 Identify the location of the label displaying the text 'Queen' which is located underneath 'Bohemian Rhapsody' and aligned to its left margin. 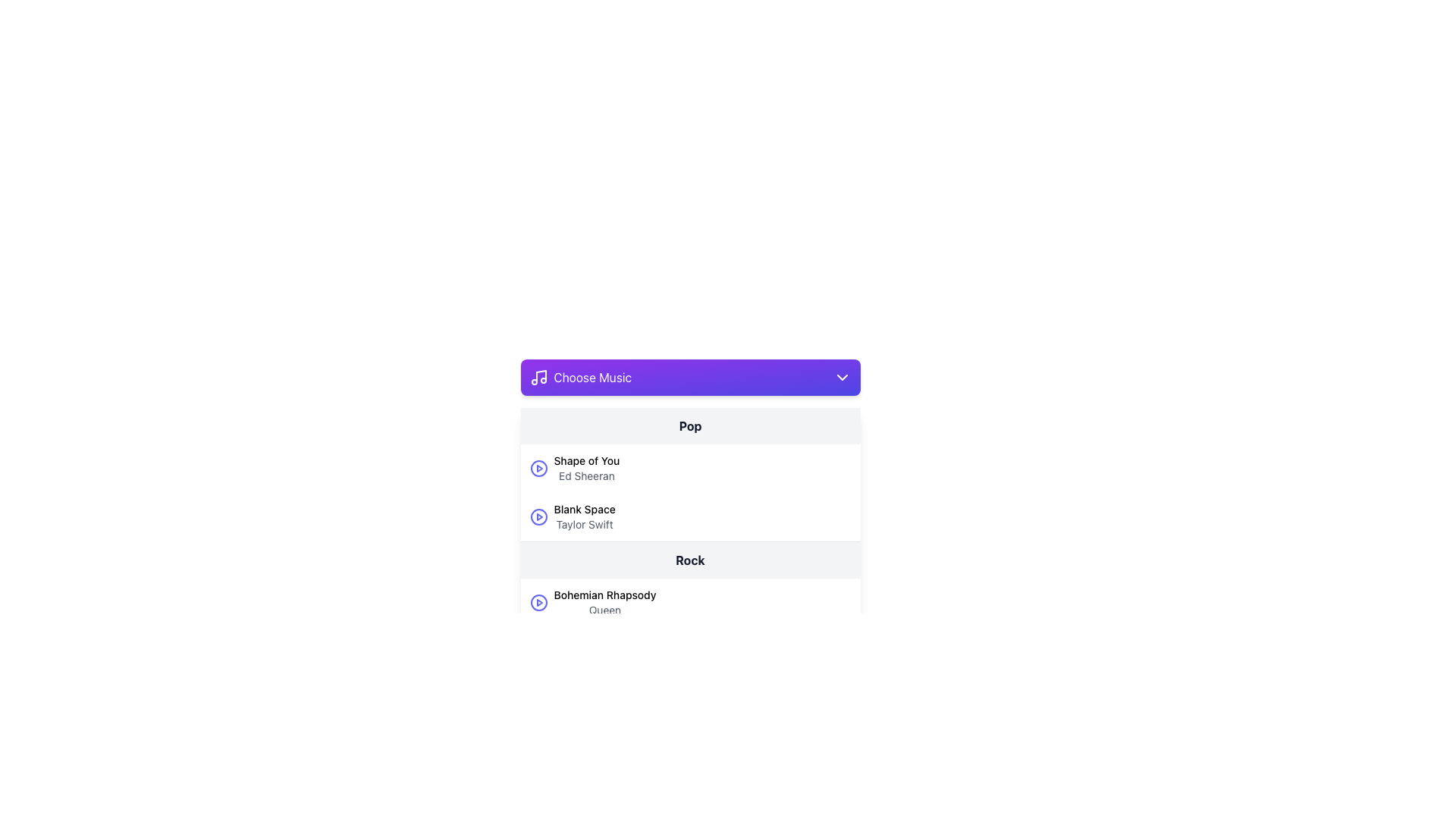
(604, 610).